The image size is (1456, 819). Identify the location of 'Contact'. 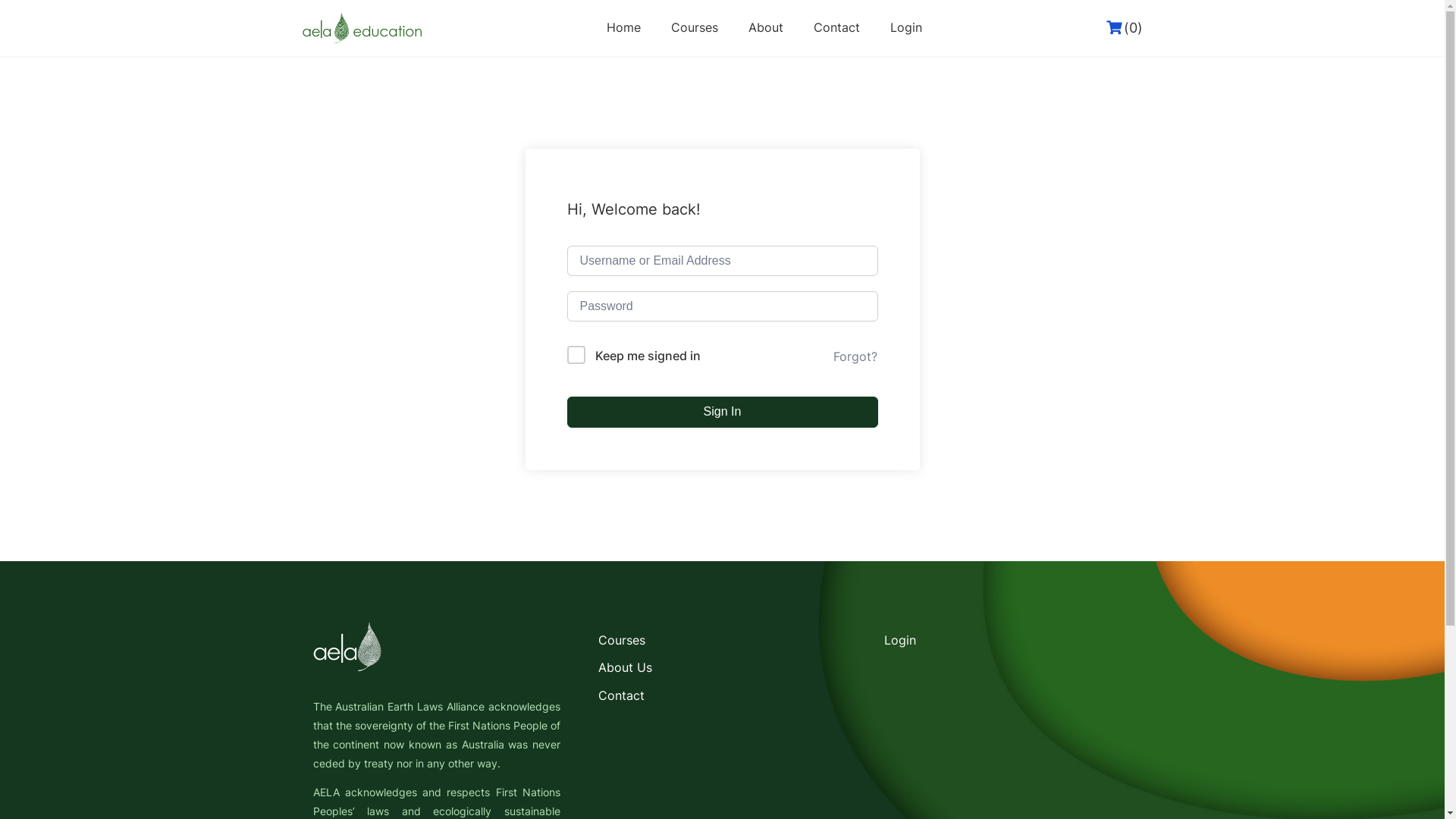
(836, 27).